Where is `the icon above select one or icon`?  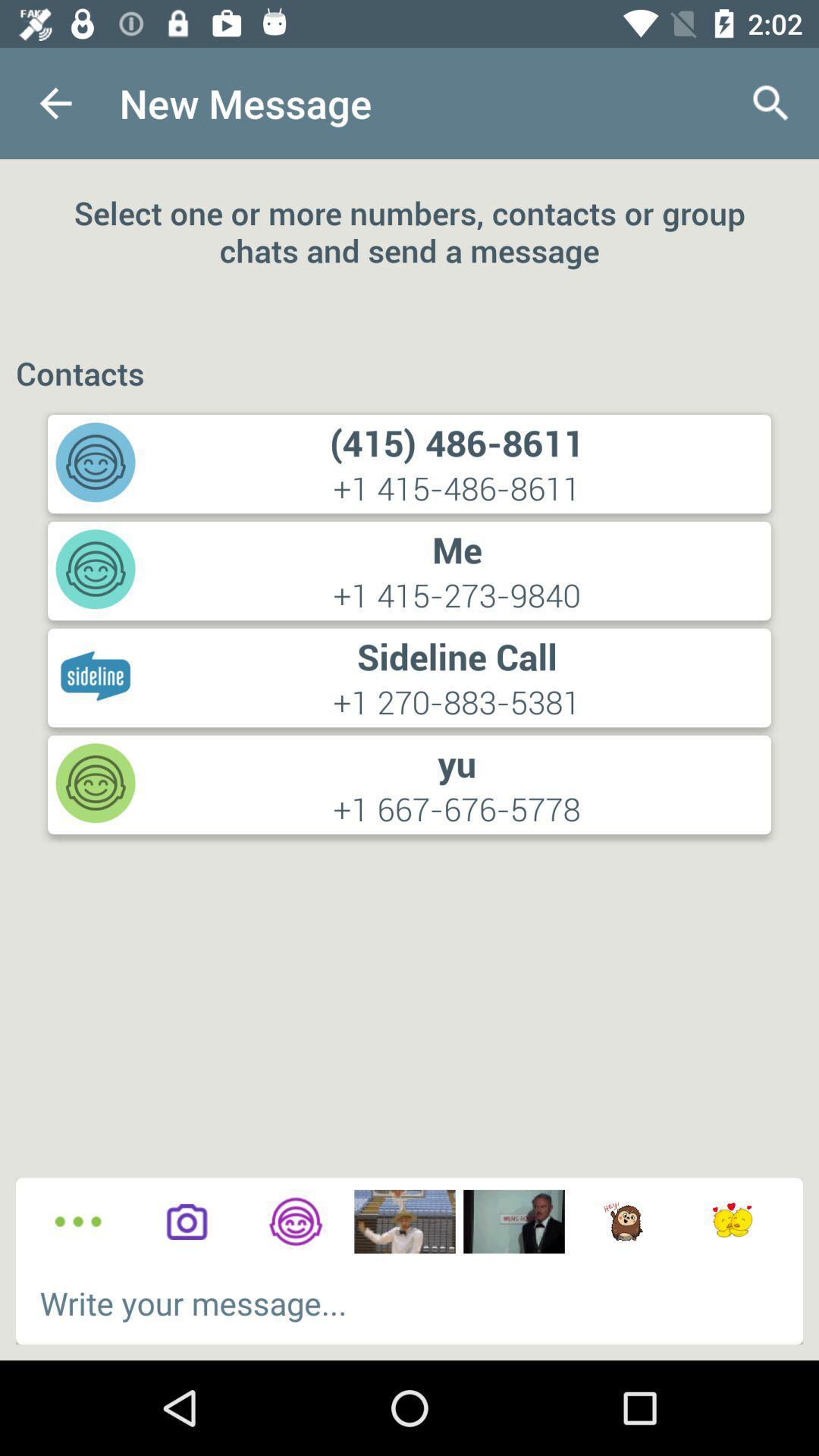
the icon above select one or icon is located at coordinates (771, 102).